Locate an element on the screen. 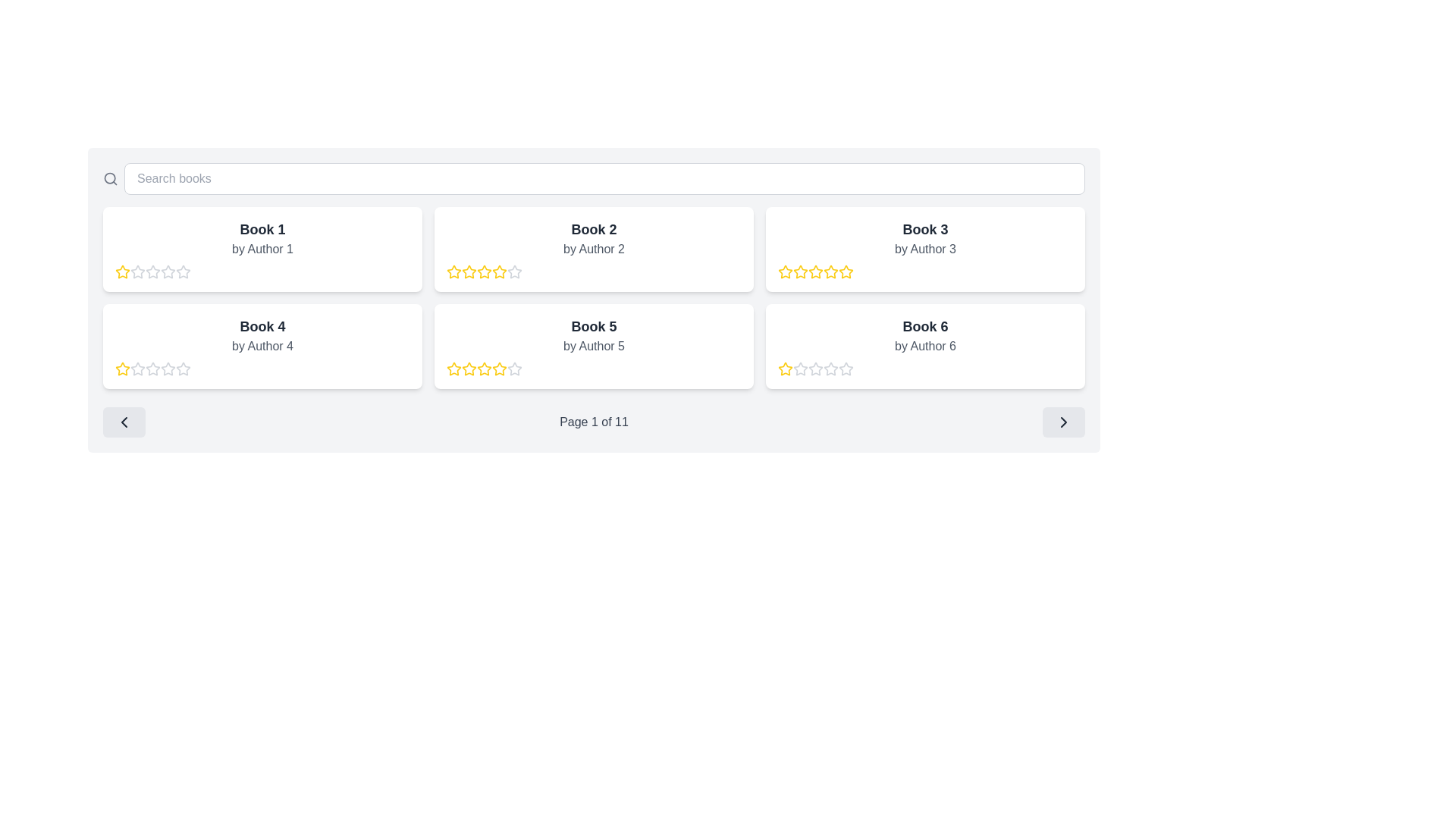 The image size is (1456, 819). the first star icon in the second row of the rating stars under the 'Book 6' card to rate it is located at coordinates (800, 369).